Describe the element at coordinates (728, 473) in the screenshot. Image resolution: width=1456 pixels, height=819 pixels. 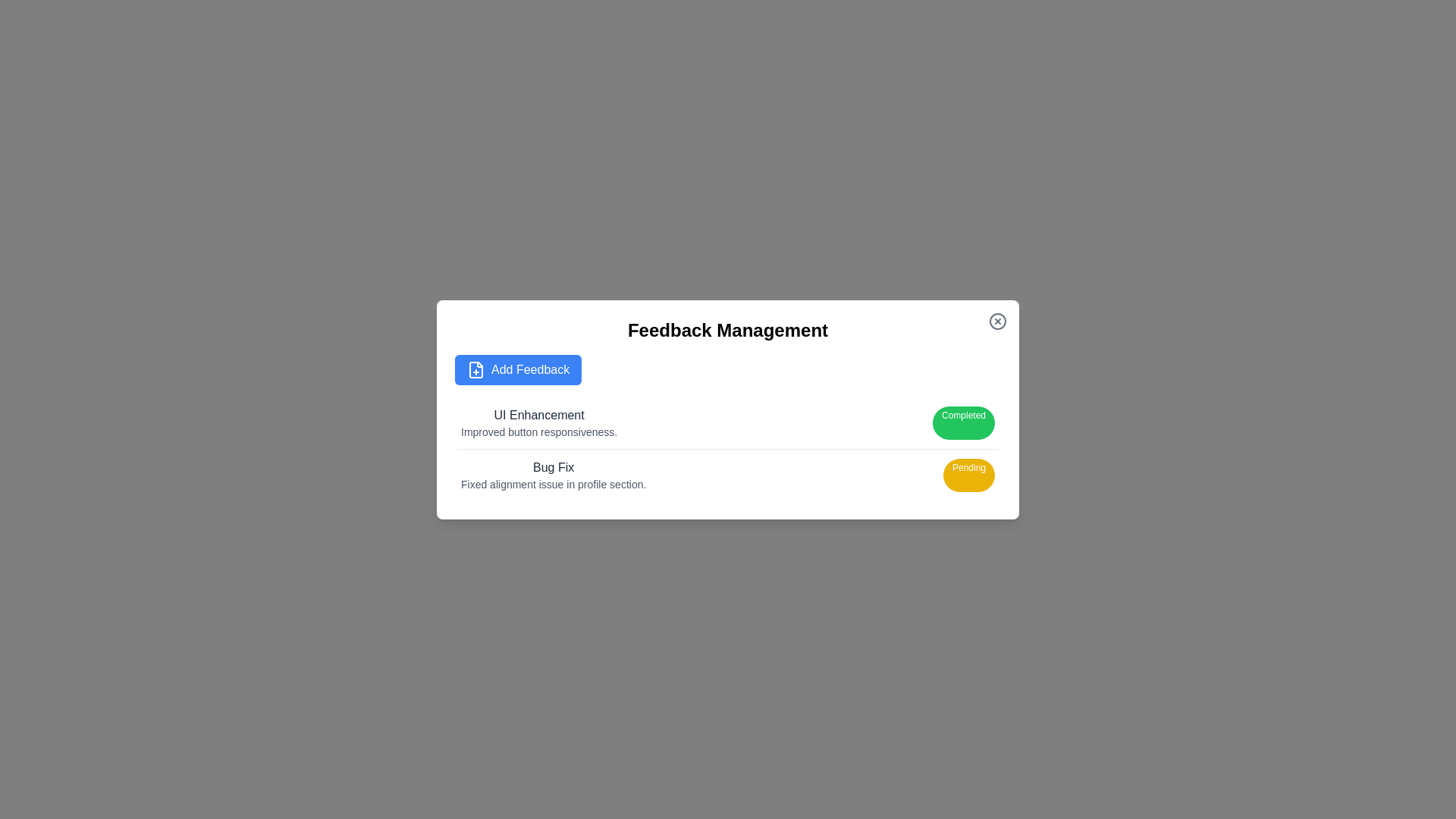
I see `the second entry` at that location.